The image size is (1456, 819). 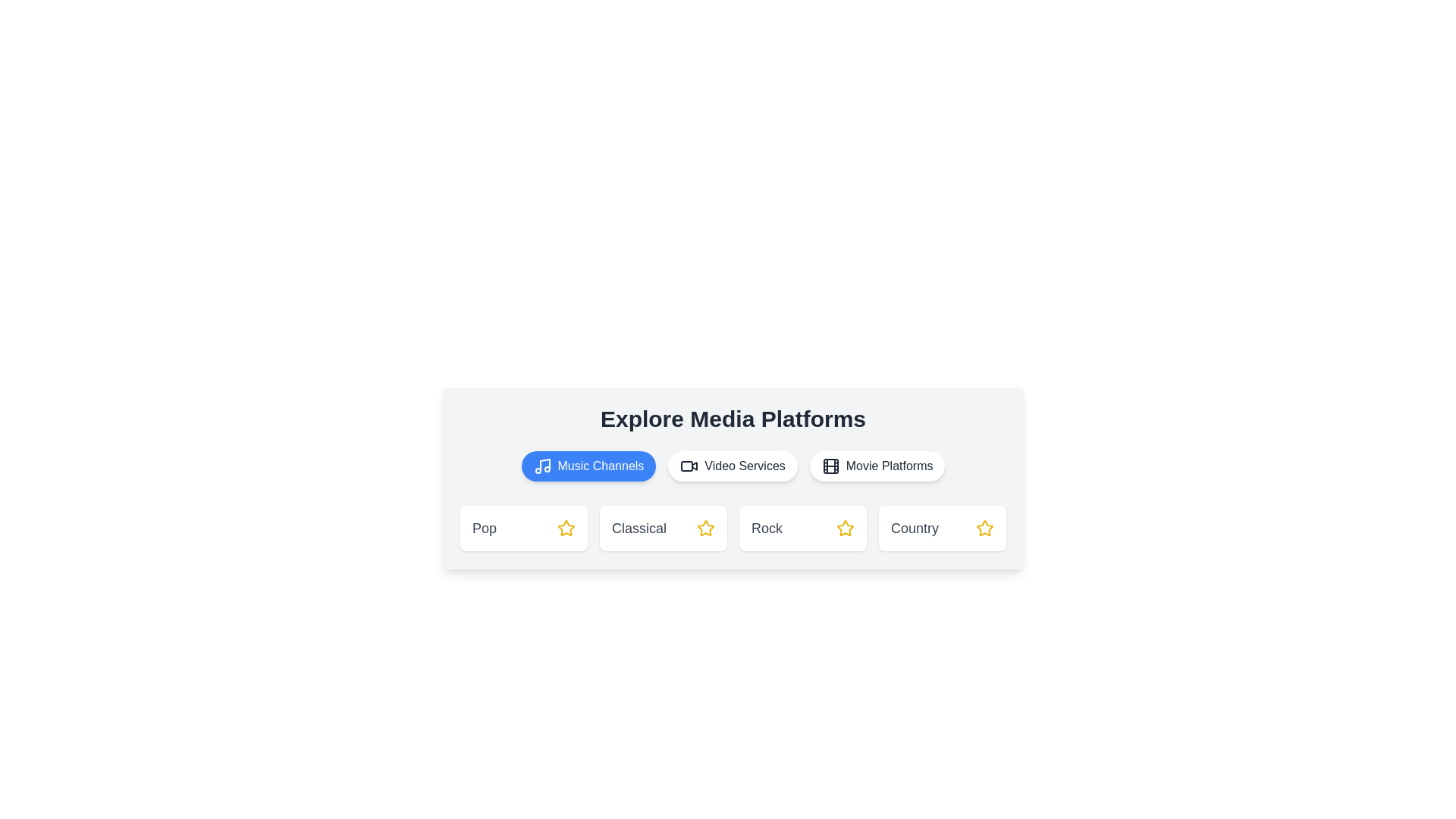 What do you see at coordinates (984, 526) in the screenshot?
I see `the stylized star icon with a yellow stroke and hollow center located in the second row, fourth position from the left` at bounding box center [984, 526].